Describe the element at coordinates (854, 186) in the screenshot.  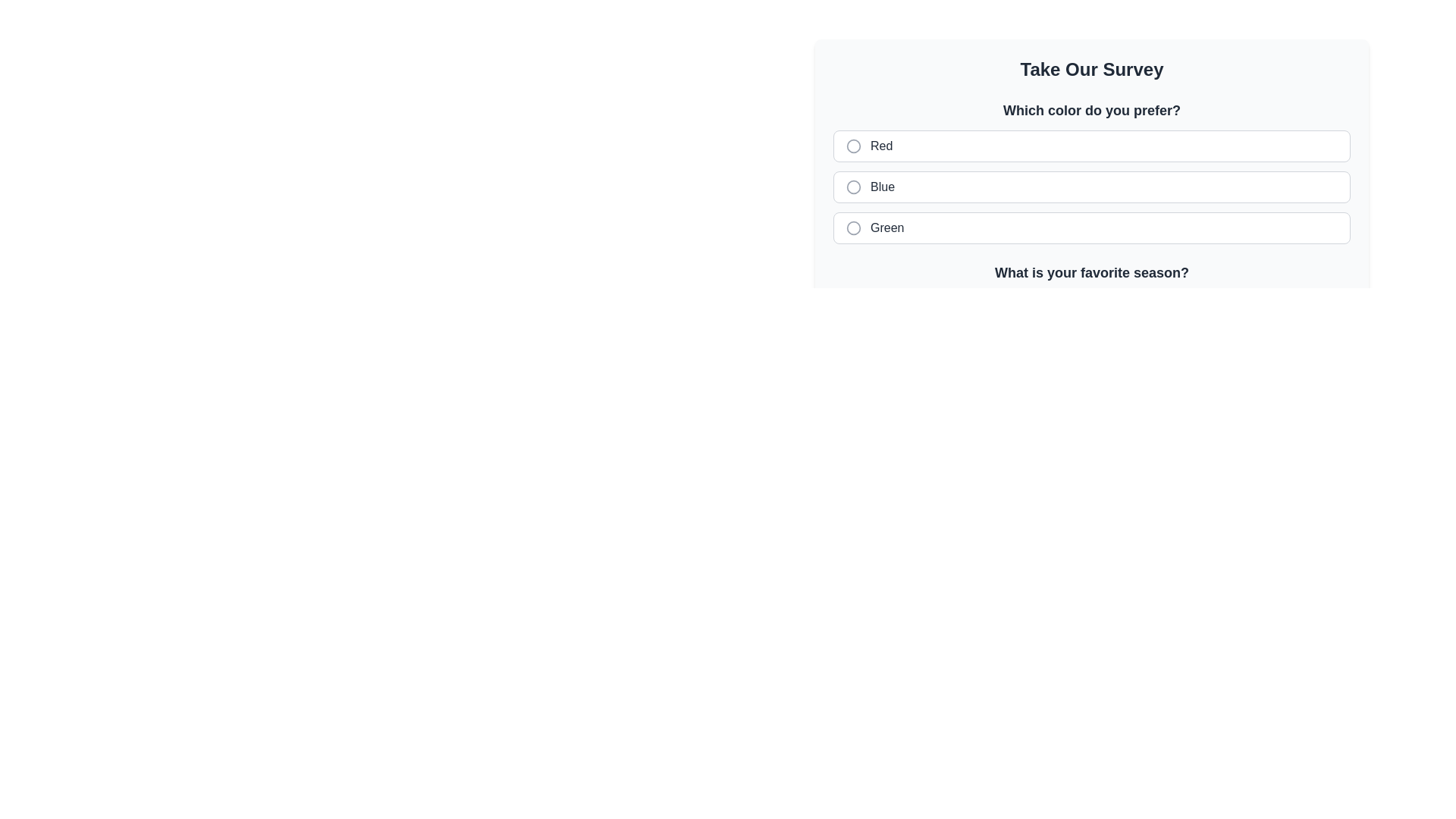
I see `the radio button labeled 'Blue'` at that location.